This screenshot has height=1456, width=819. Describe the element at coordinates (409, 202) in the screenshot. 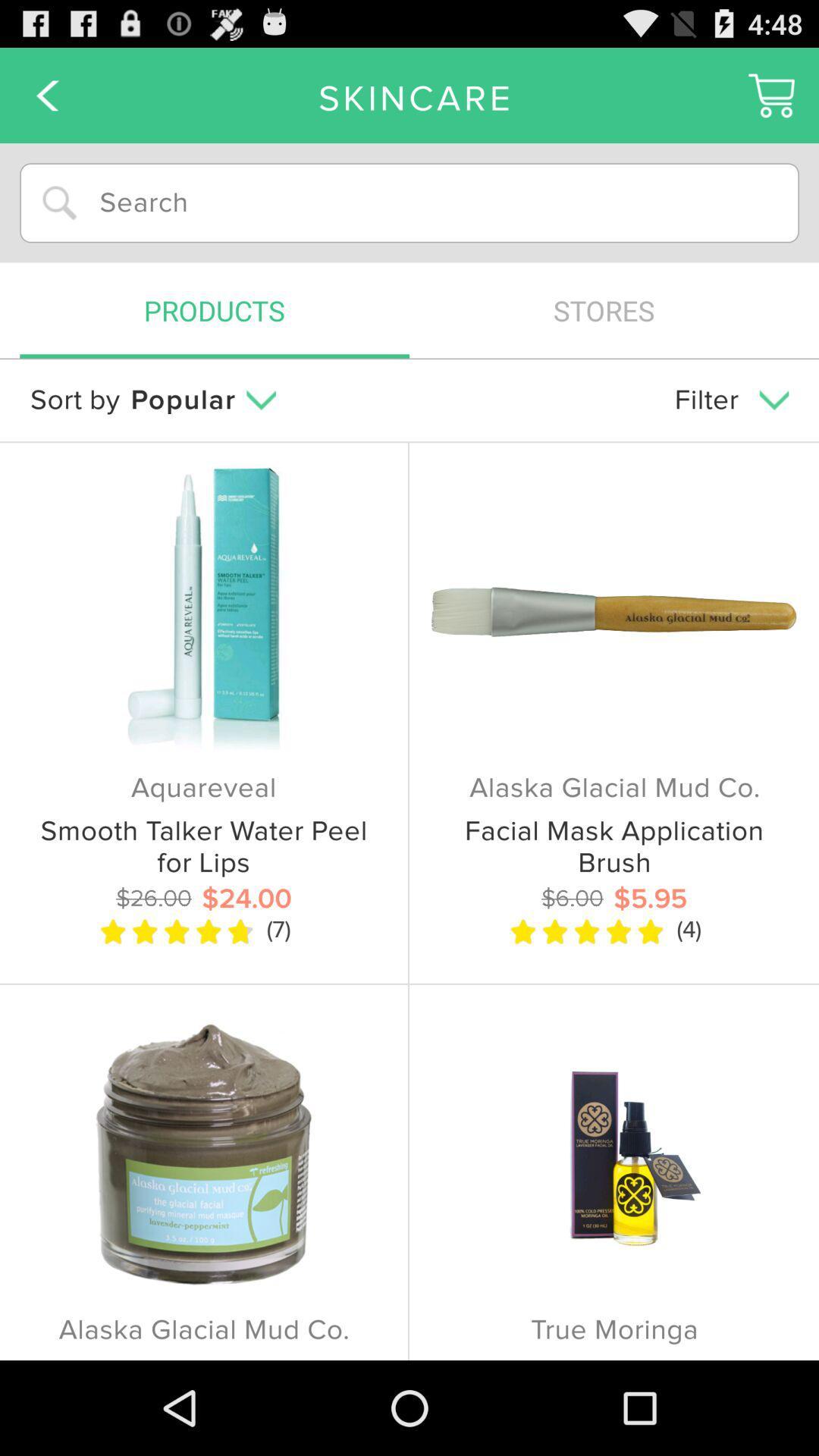

I see `input text` at that location.